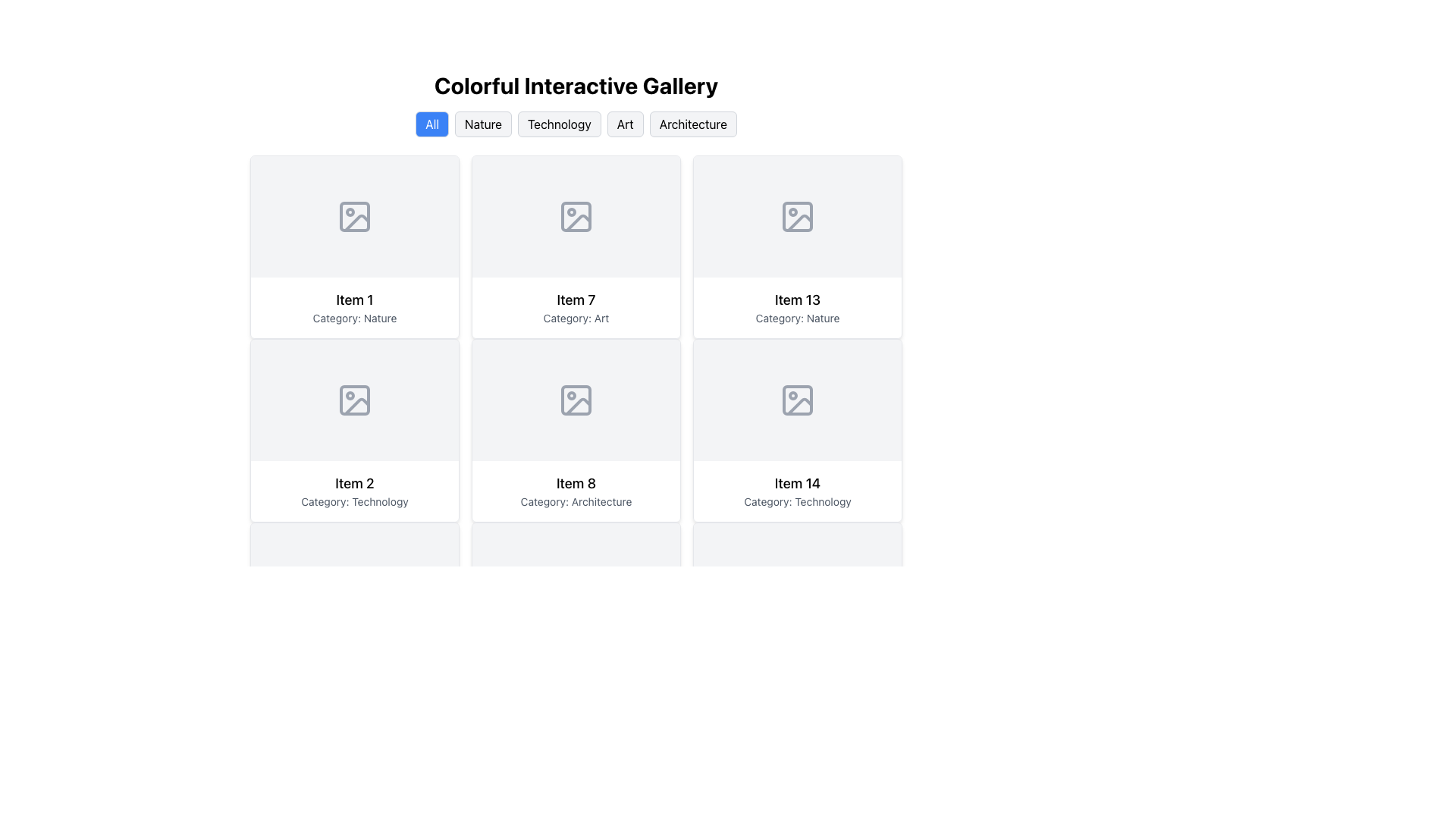 This screenshot has width=1456, height=819. What do you see at coordinates (575, 400) in the screenshot?
I see `the image placeholder located in the upper section of the 'Item 8' card in the middle row of the gallery` at bounding box center [575, 400].